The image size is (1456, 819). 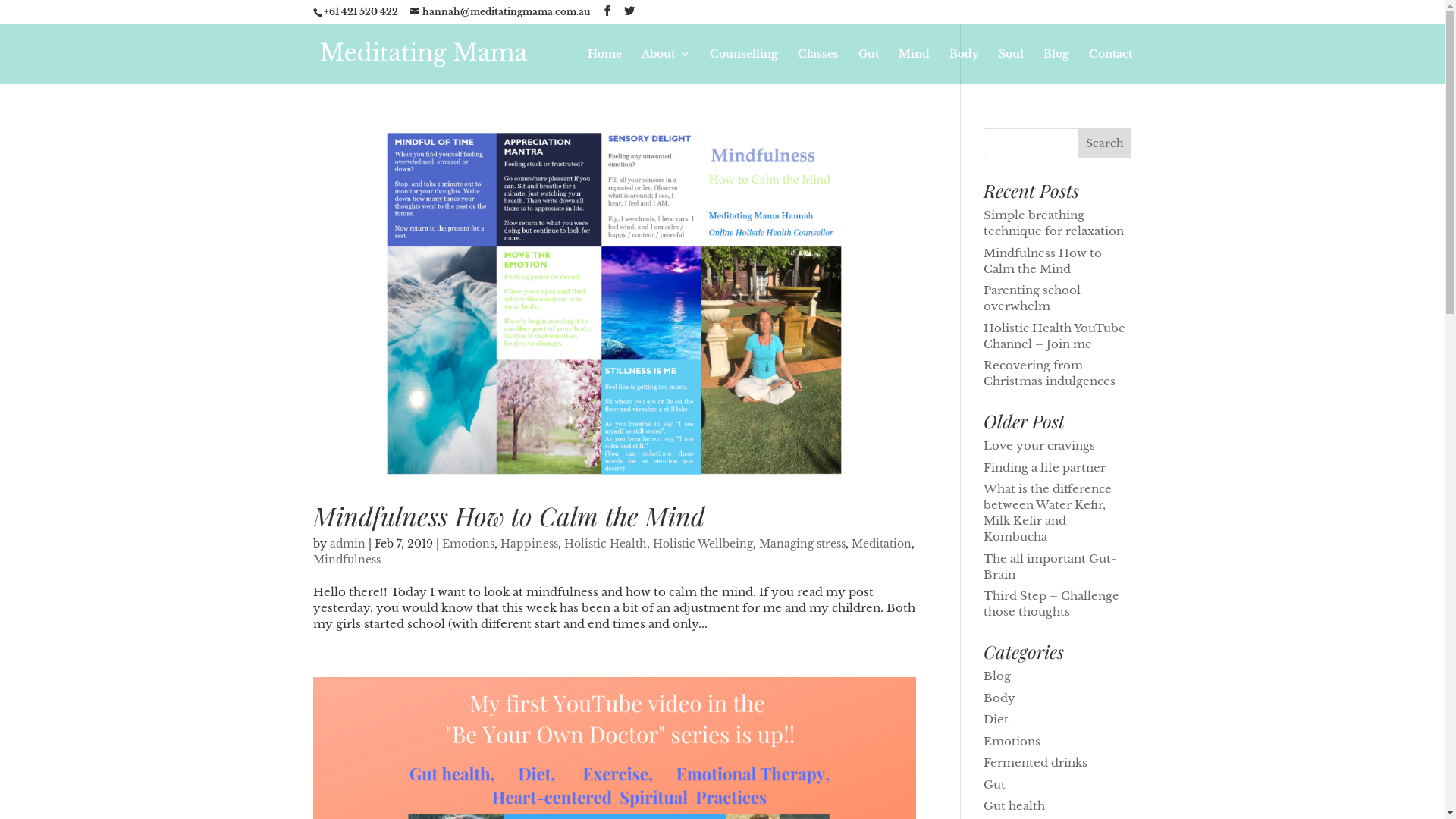 What do you see at coordinates (983, 740) in the screenshot?
I see `'Emotions'` at bounding box center [983, 740].